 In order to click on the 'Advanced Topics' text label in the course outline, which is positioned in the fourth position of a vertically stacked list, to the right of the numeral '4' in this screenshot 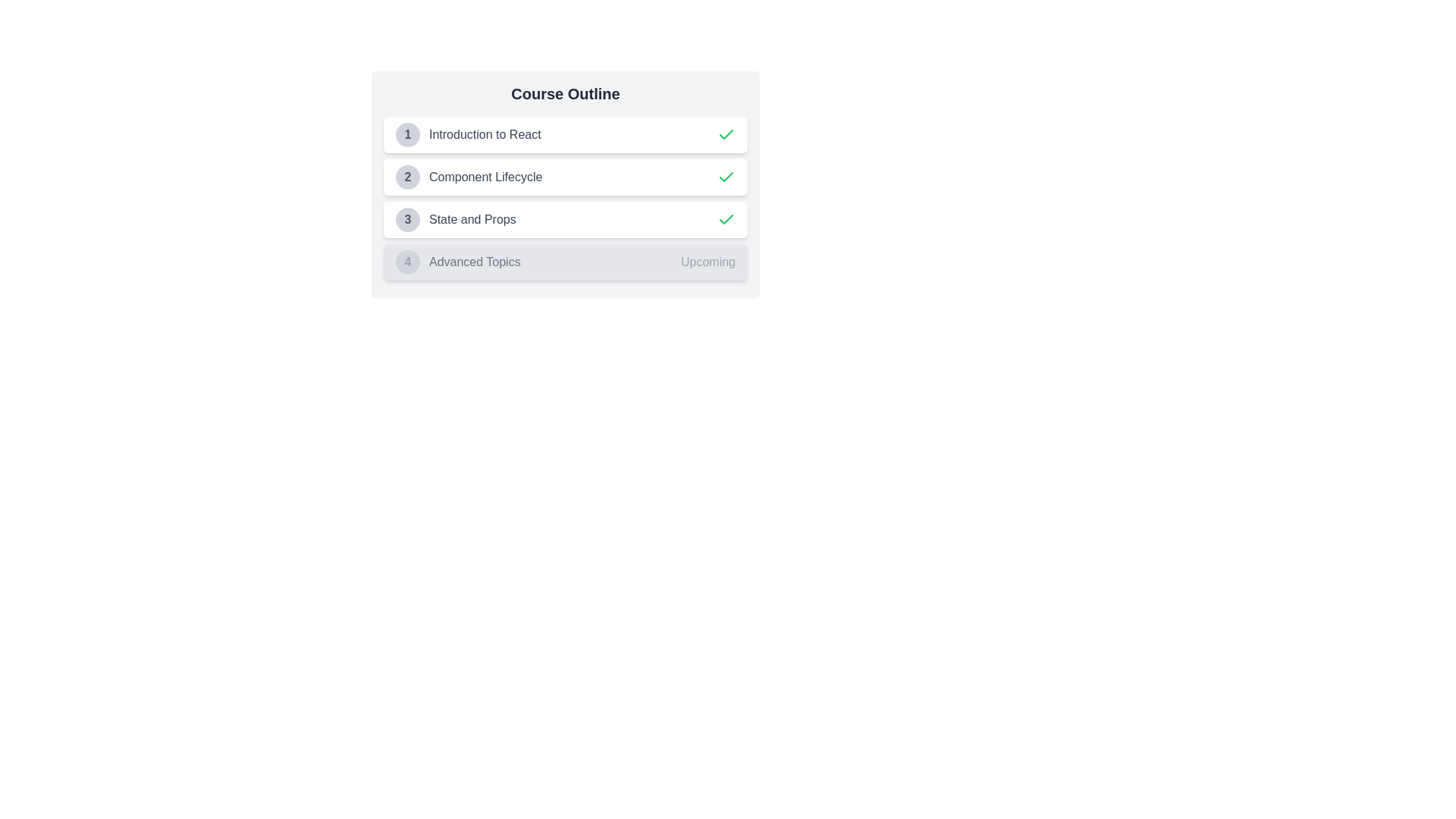, I will do `click(474, 262)`.